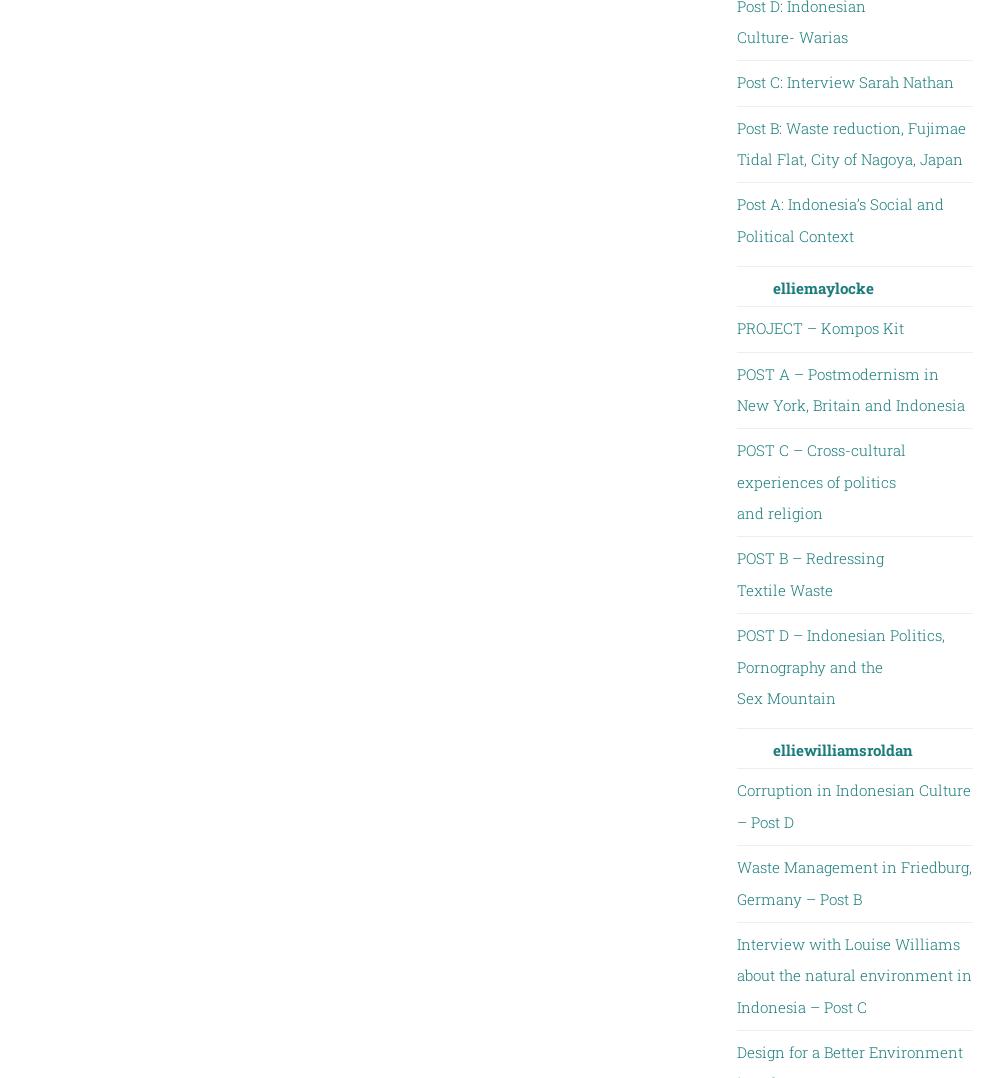 This screenshot has height=1078, width=1000. I want to click on 'PROJECT – Kompos Kit', so click(818, 327).